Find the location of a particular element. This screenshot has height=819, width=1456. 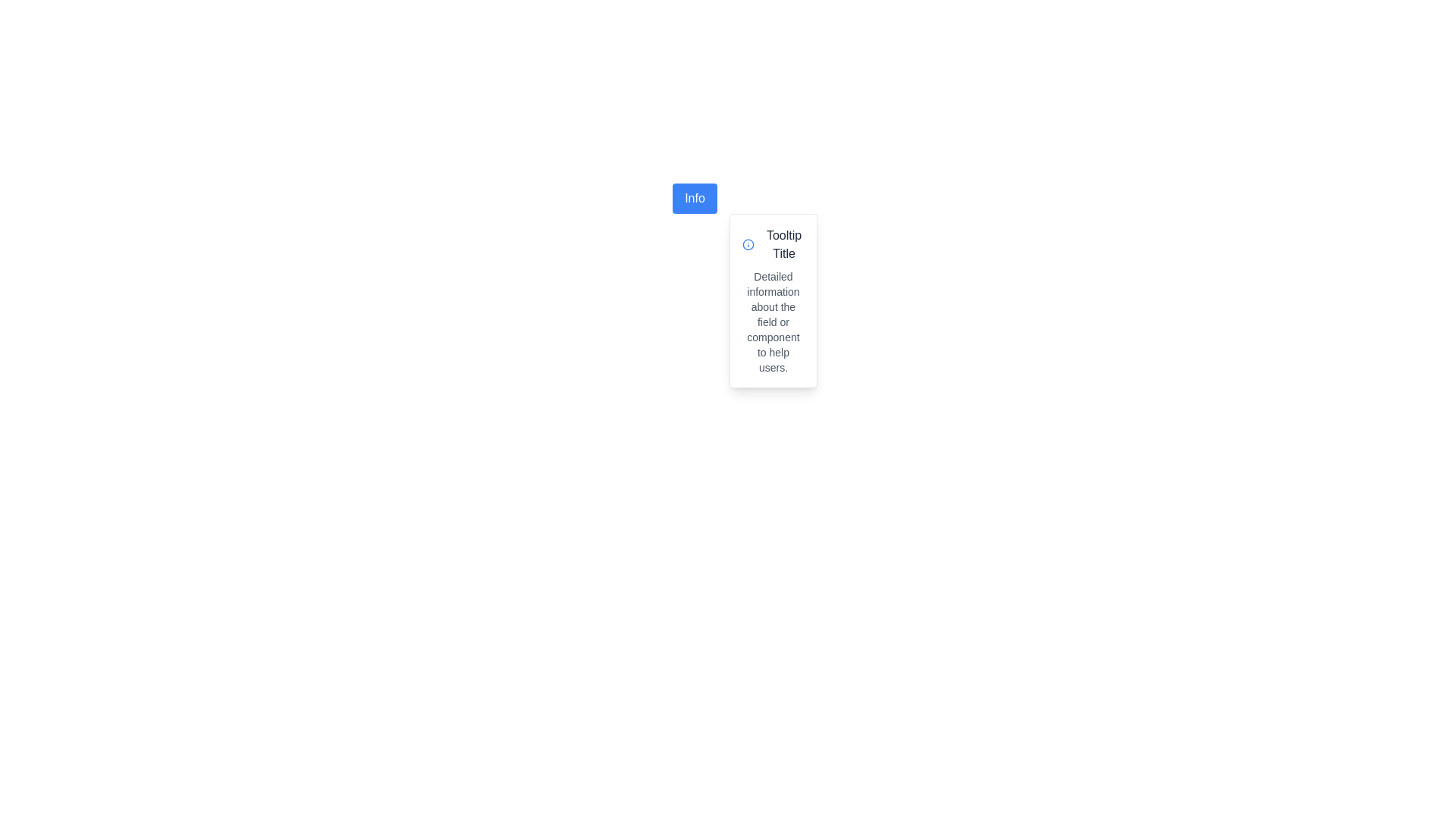

the circular blue icon with a bold outline and an inner vertical line, located to the left of the 'Tooltip Title' text within a tooltip interface is located at coordinates (748, 244).